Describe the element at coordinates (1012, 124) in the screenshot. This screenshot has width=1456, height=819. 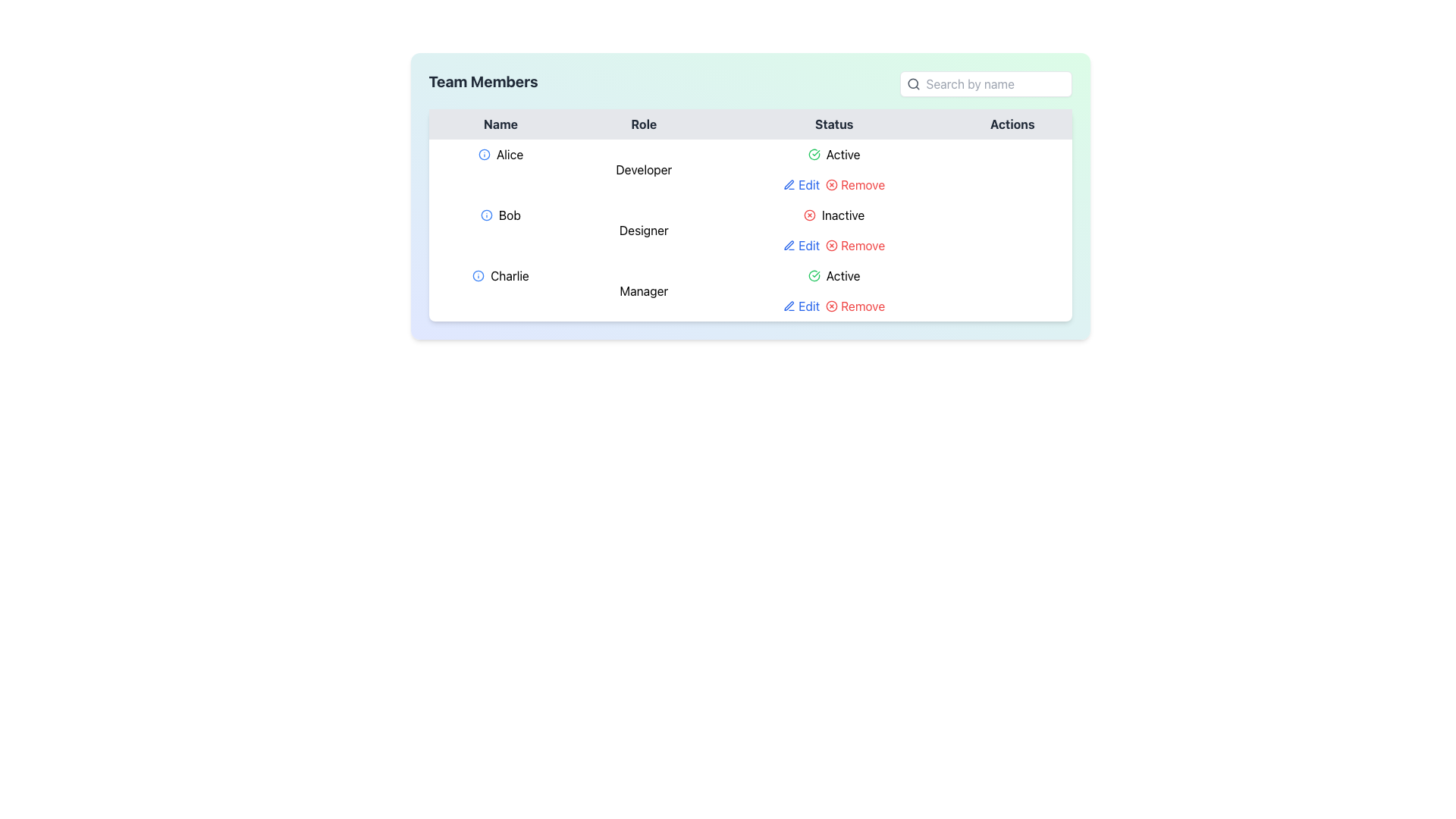
I see `the 'Actions' header text label, which is the fourth and rightmost item in the horizontal header row of the user information table` at that location.